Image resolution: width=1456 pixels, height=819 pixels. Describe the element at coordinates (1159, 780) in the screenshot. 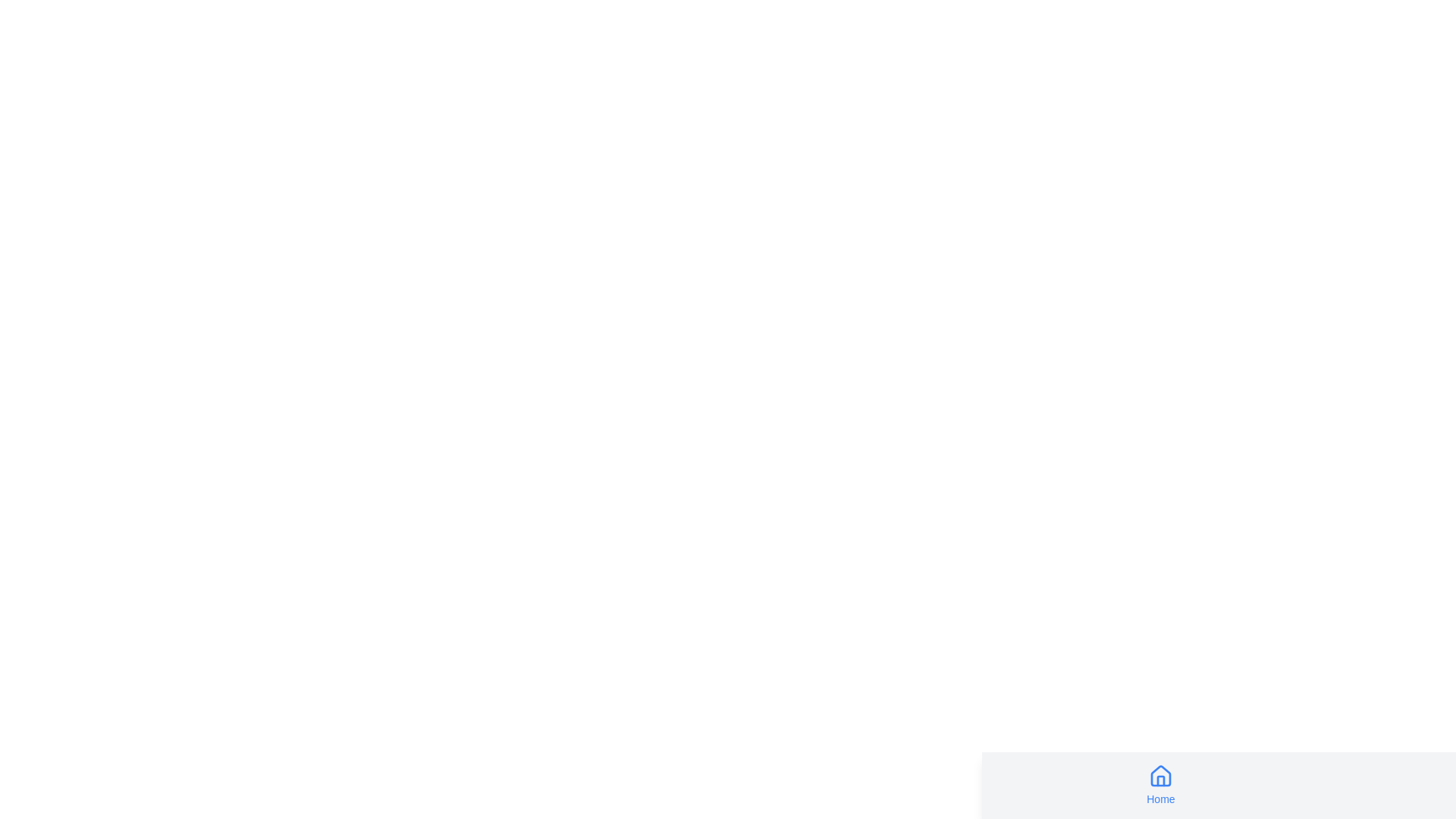

I see `the decorative door graphical element located at the lower central component of the house icon within the SVG, situated above the 'Home' label` at that location.